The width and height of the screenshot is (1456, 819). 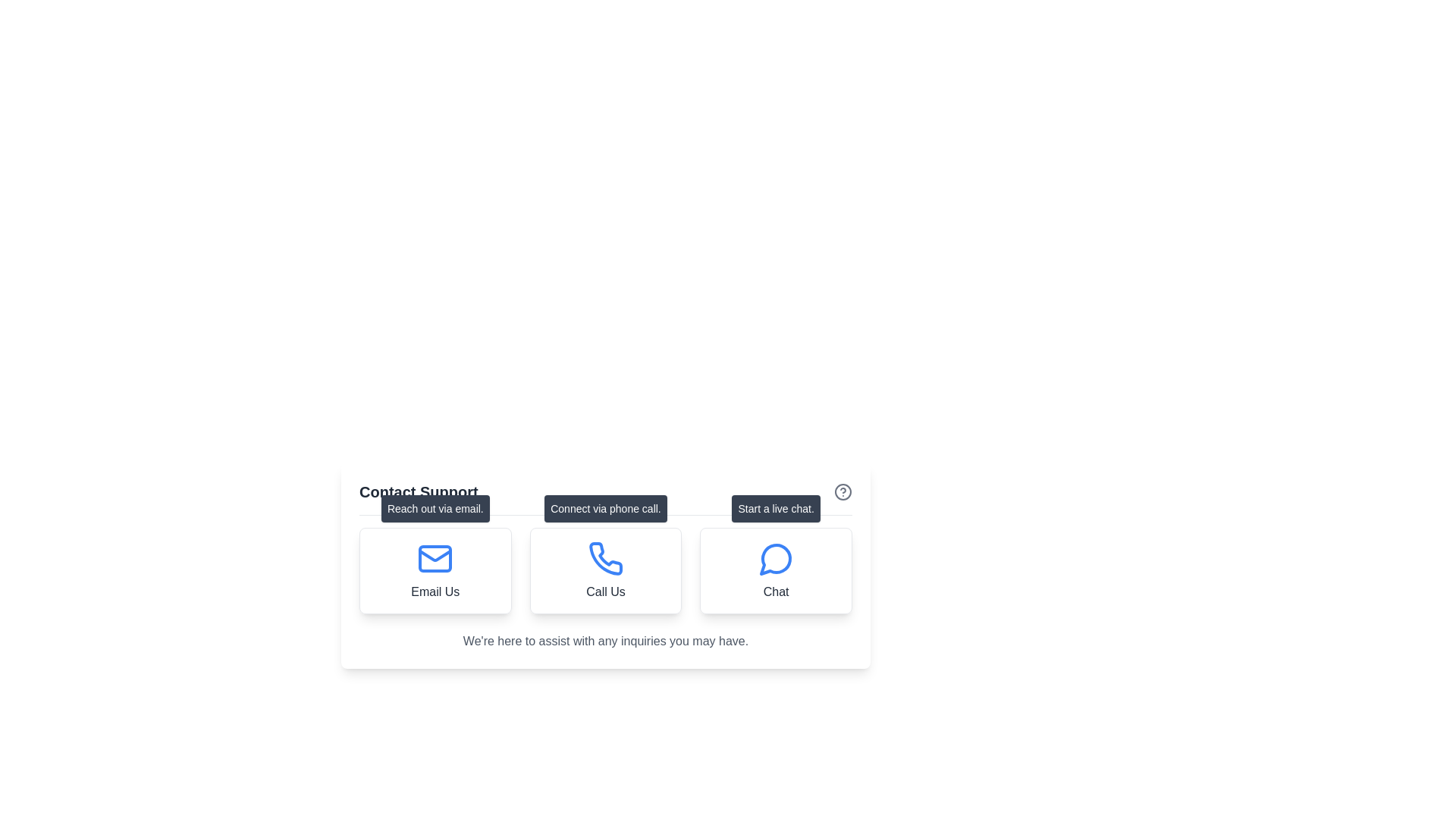 I want to click on the 'Email Us' button, which is a rectangular section with a white background and a blue envelope icon above bold text, located to the left of 'Call Us' and 'Chat', so click(x=435, y=570).